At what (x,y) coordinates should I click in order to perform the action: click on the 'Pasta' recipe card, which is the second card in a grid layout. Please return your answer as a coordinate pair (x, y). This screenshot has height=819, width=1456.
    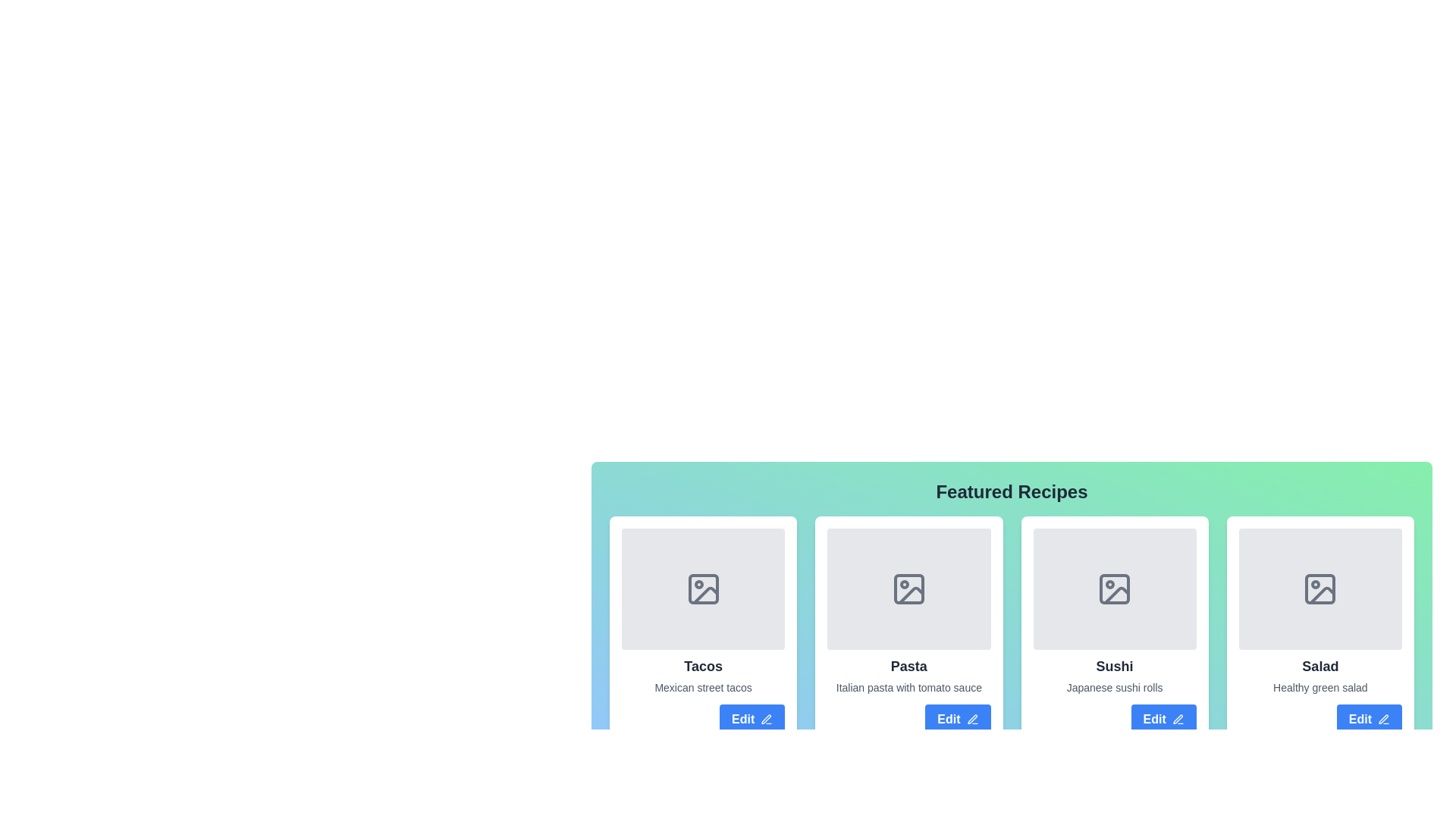
    Looking at the image, I should click on (908, 632).